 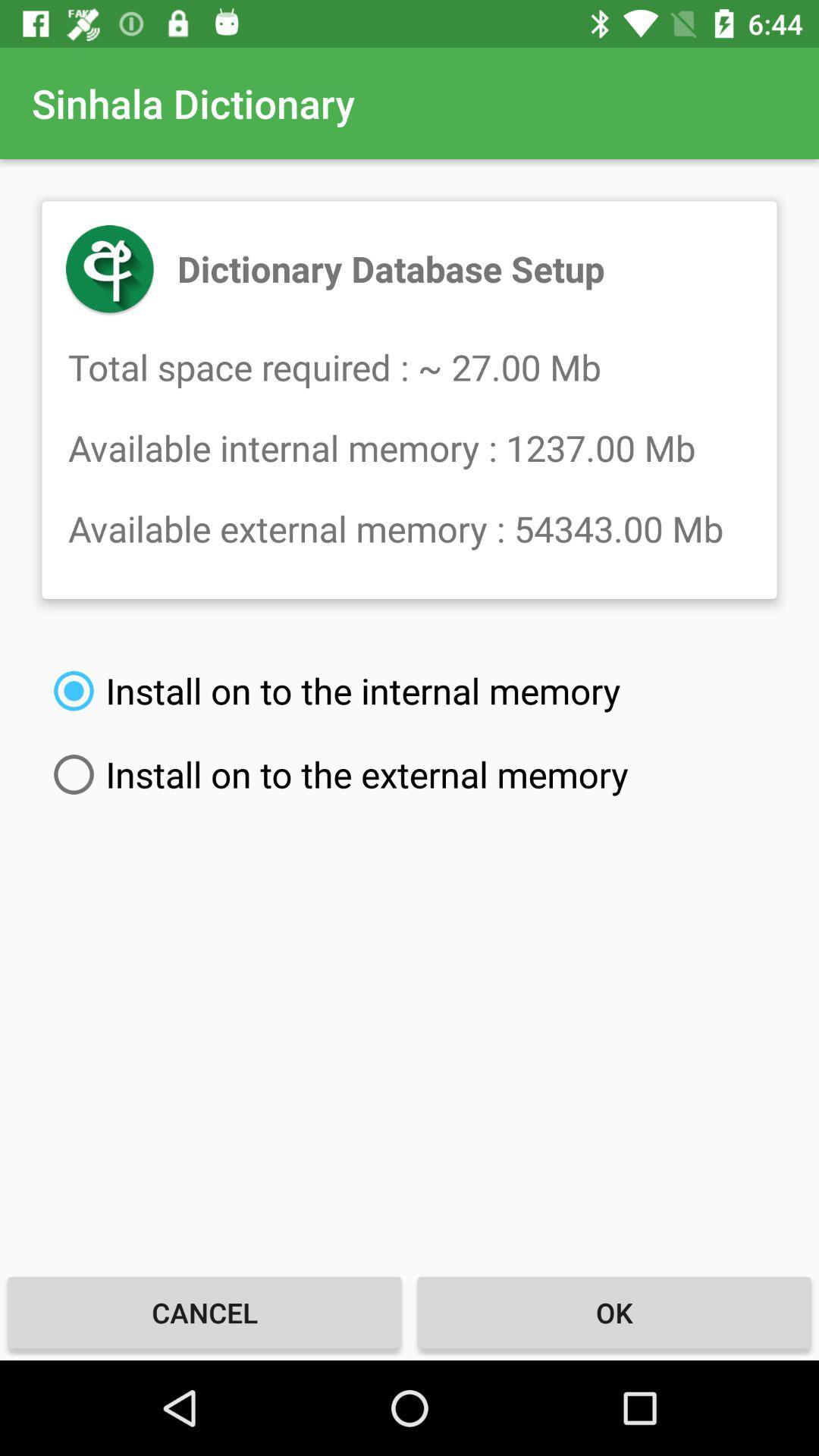 What do you see at coordinates (614, 1312) in the screenshot?
I see `item to the right of cancel icon` at bounding box center [614, 1312].